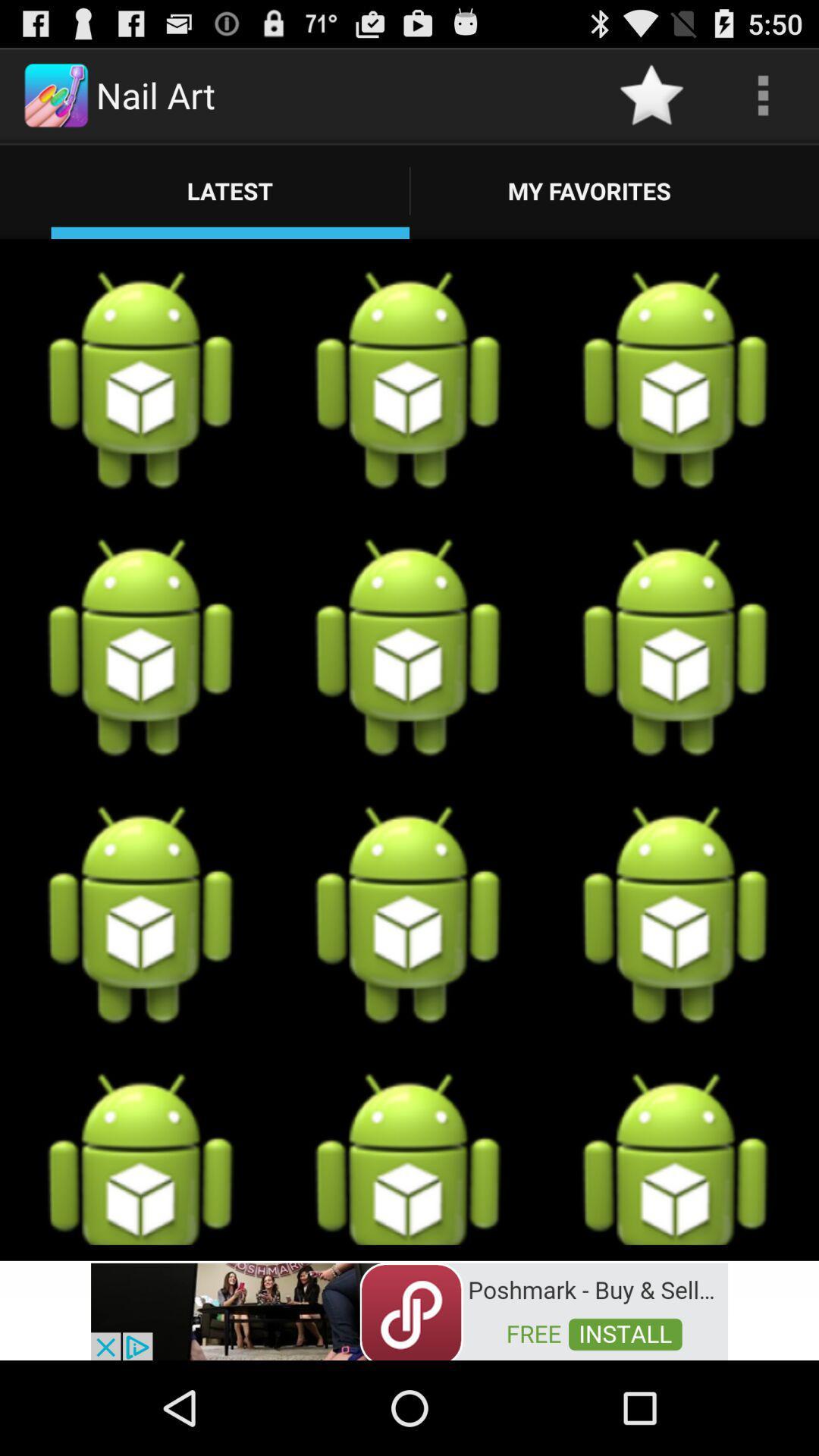 The width and height of the screenshot is (819, 1456). I want to click on the 2nd android  in the 2nd row 2nd column, so click(408, 648).